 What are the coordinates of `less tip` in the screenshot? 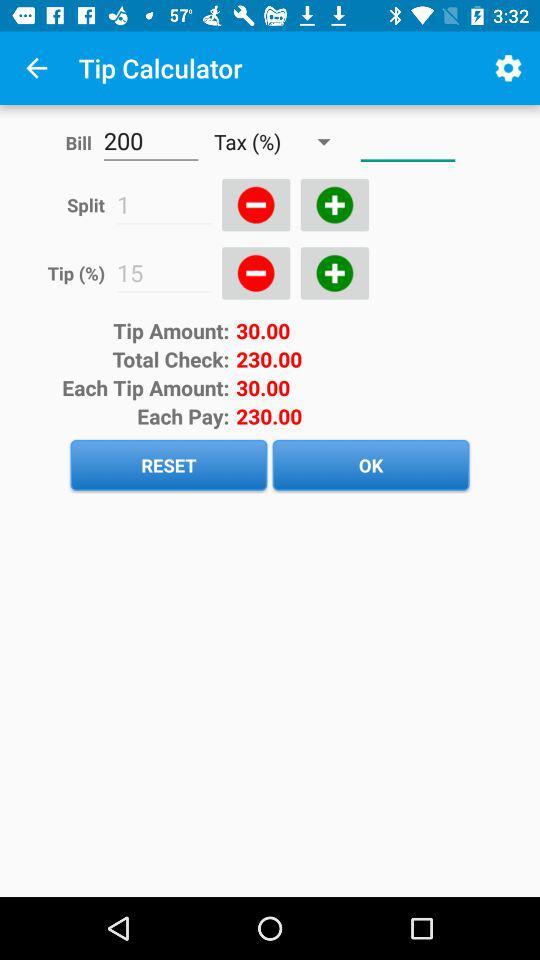 It's located at (256, 272).